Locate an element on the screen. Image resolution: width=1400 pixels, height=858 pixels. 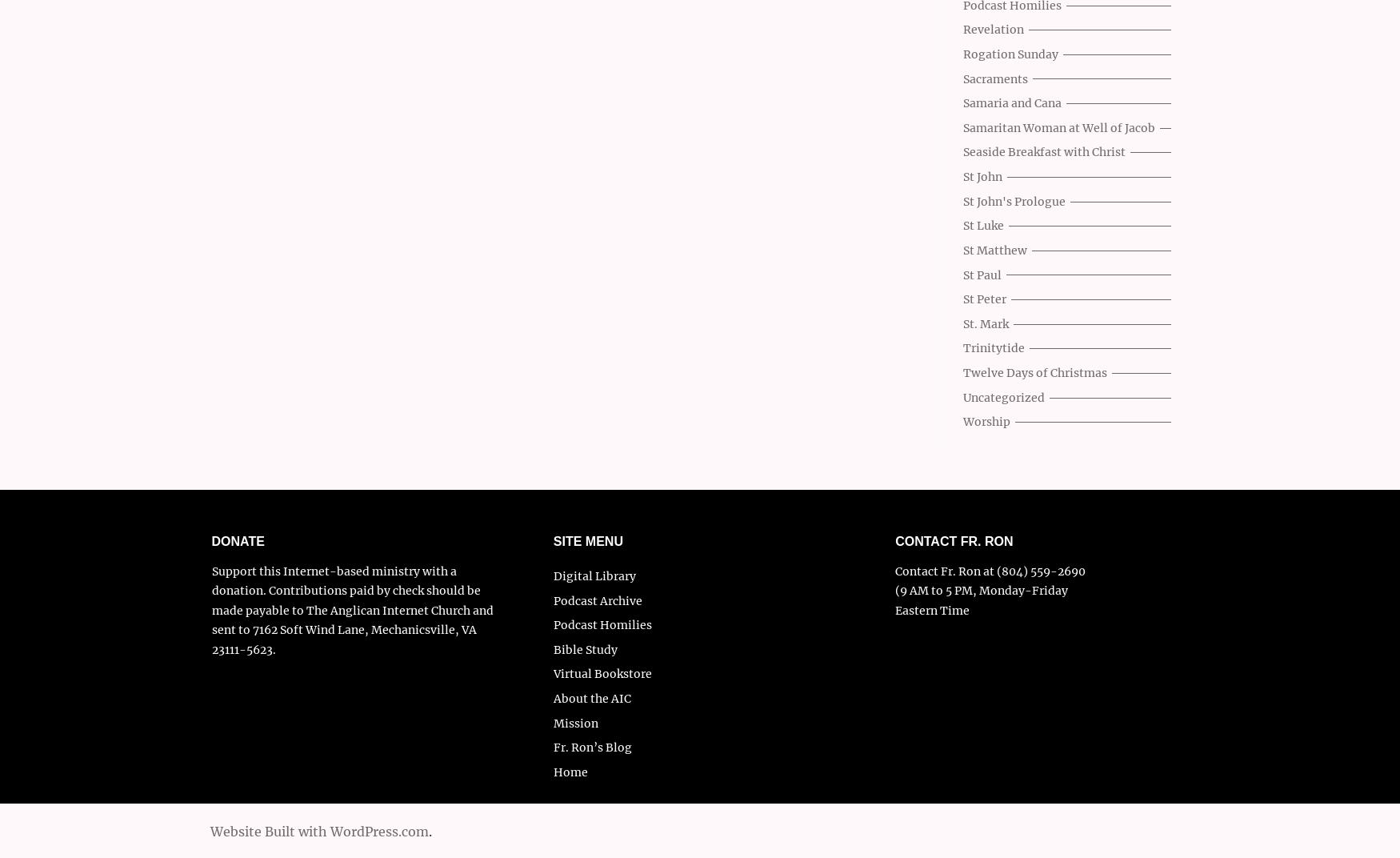
'St Peter' is located at coordinates (984, 299).